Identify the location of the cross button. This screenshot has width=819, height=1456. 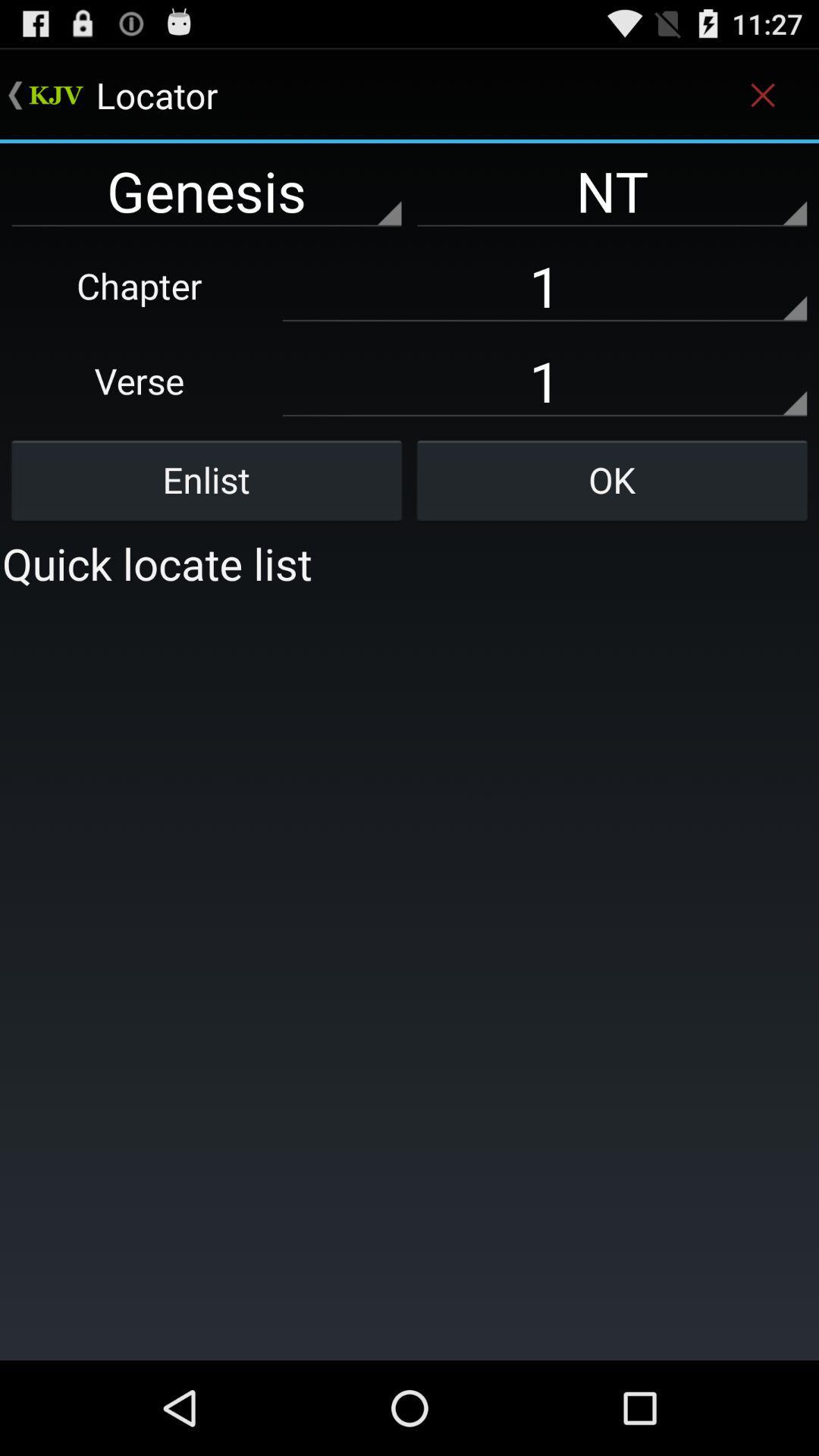
(763, 94).